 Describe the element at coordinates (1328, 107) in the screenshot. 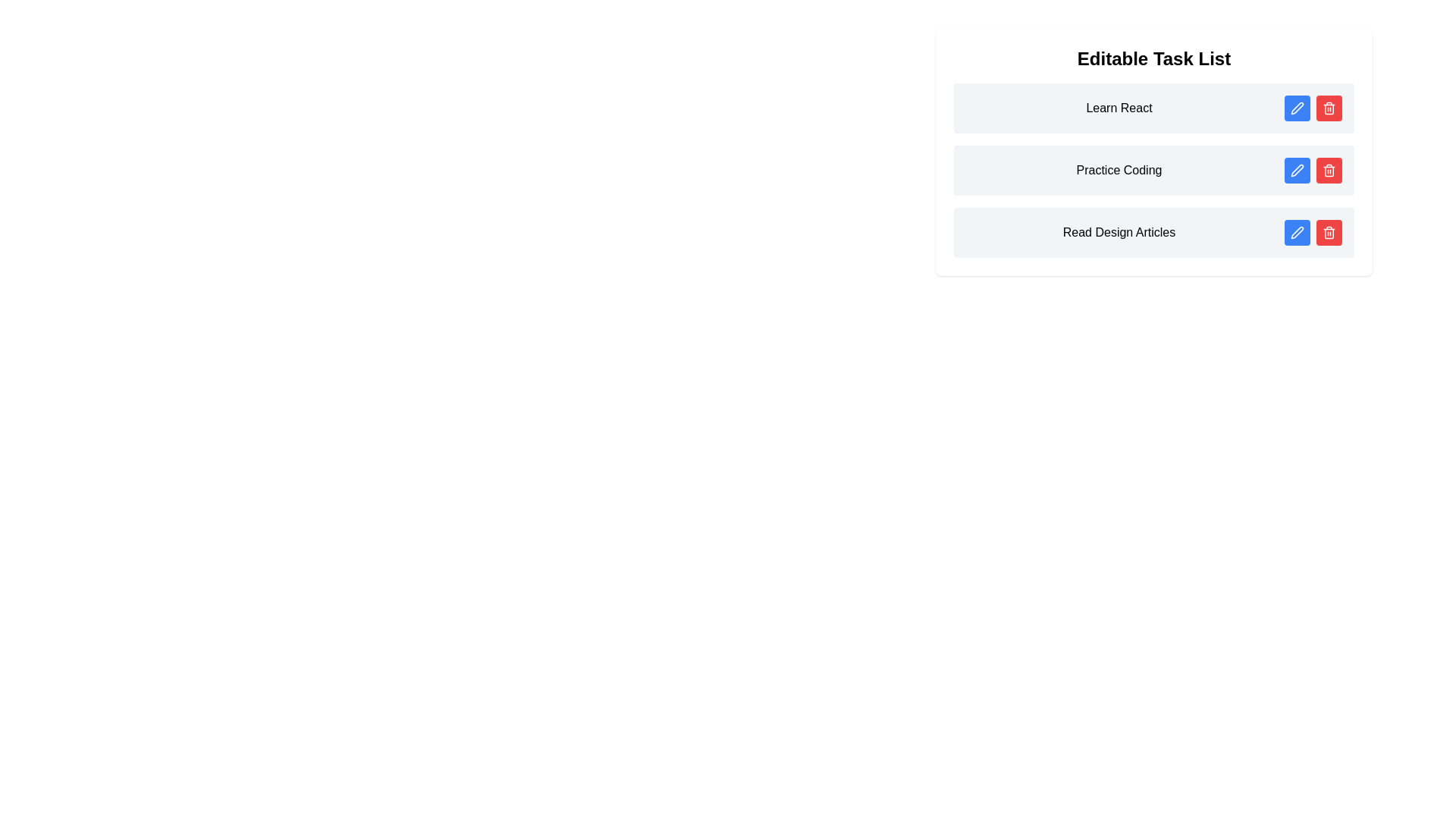

I see `the delete button, which is a red circular button located to the right of the 'Learn React' row` at that location.